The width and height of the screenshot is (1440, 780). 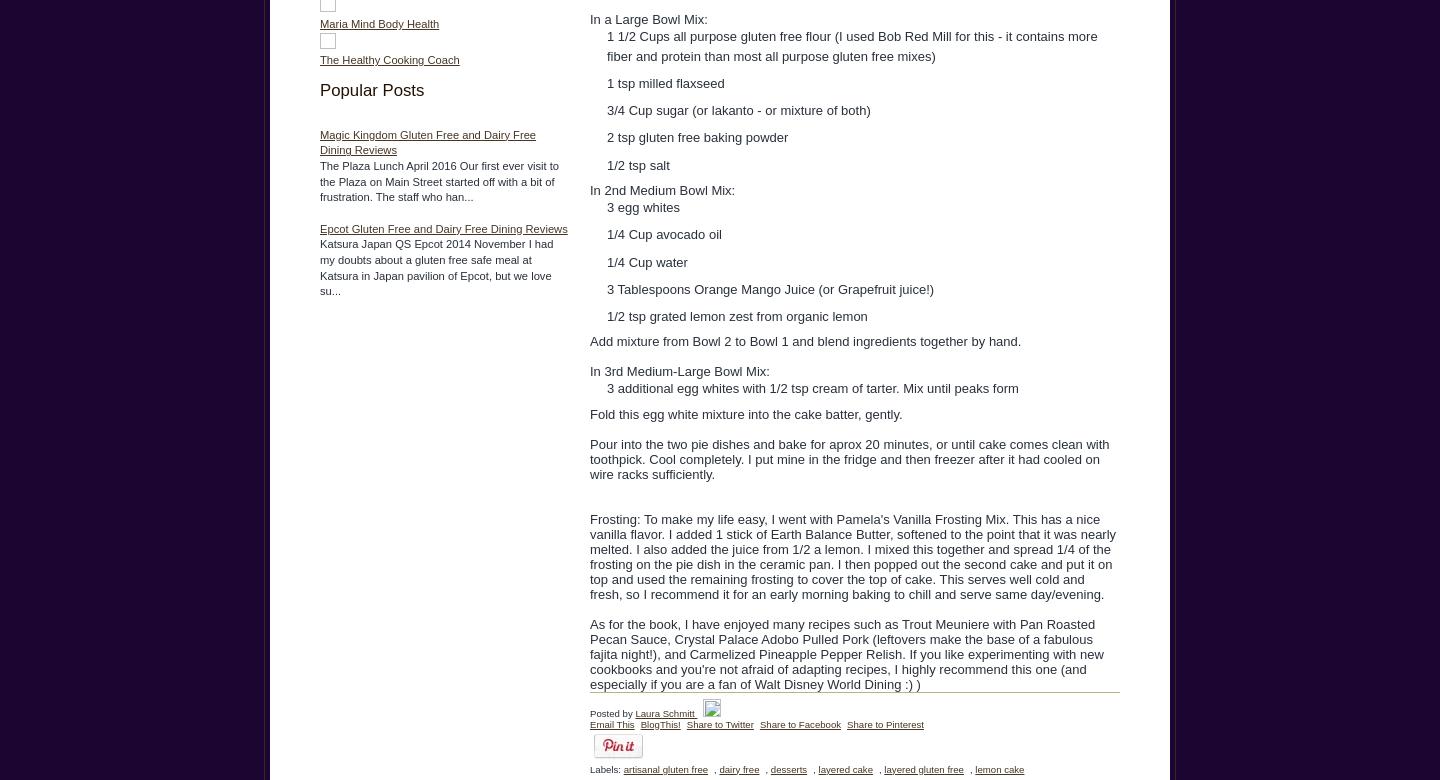 I want to click on 'Laura Schmitt', so click(x=634, y=711).